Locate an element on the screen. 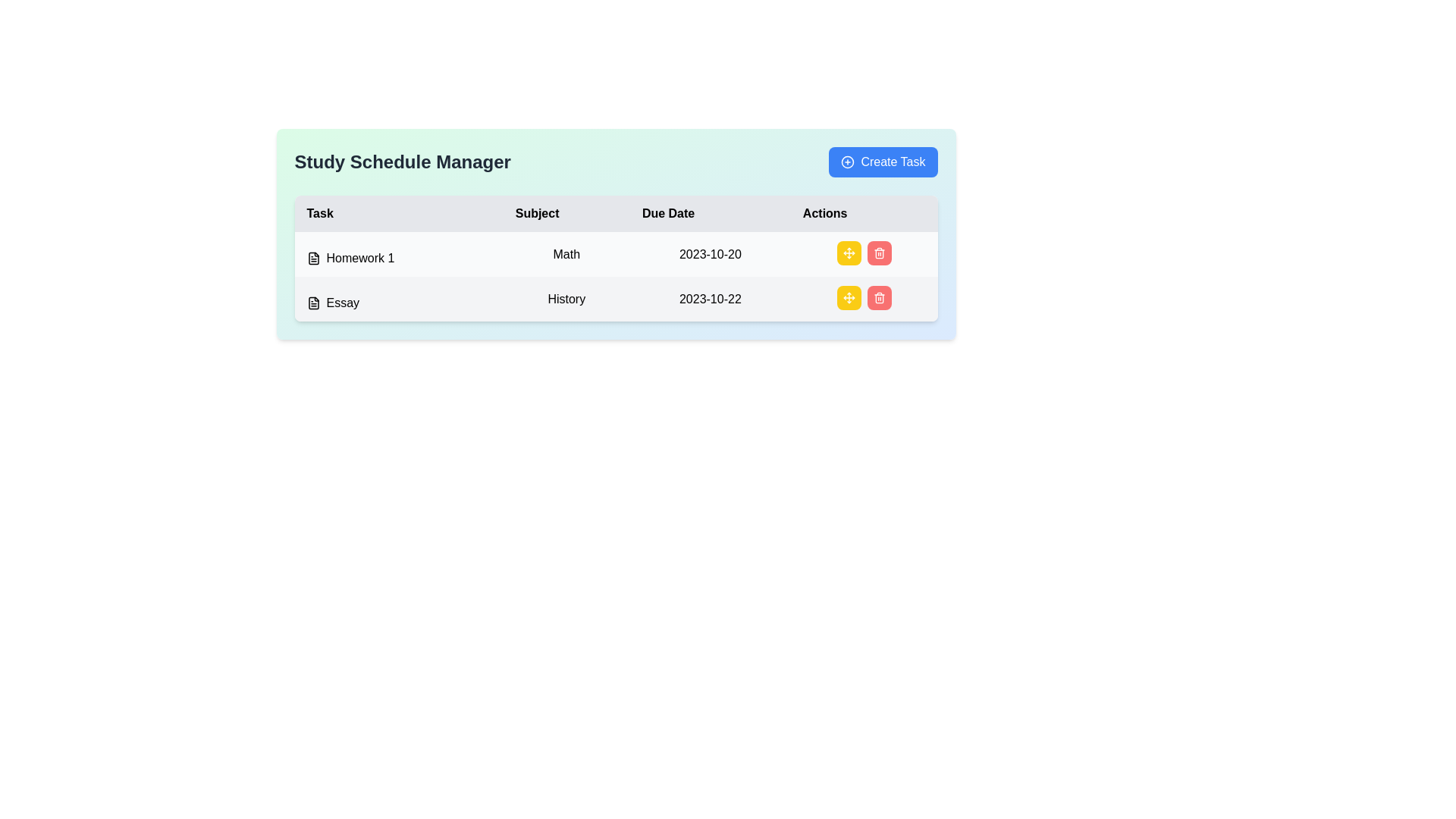 This screenshot has height=819, width=1456. the delete icon button in the 'Actions' column of the second row for the task labeled 'Essay' is located at coordinates (879, 253).